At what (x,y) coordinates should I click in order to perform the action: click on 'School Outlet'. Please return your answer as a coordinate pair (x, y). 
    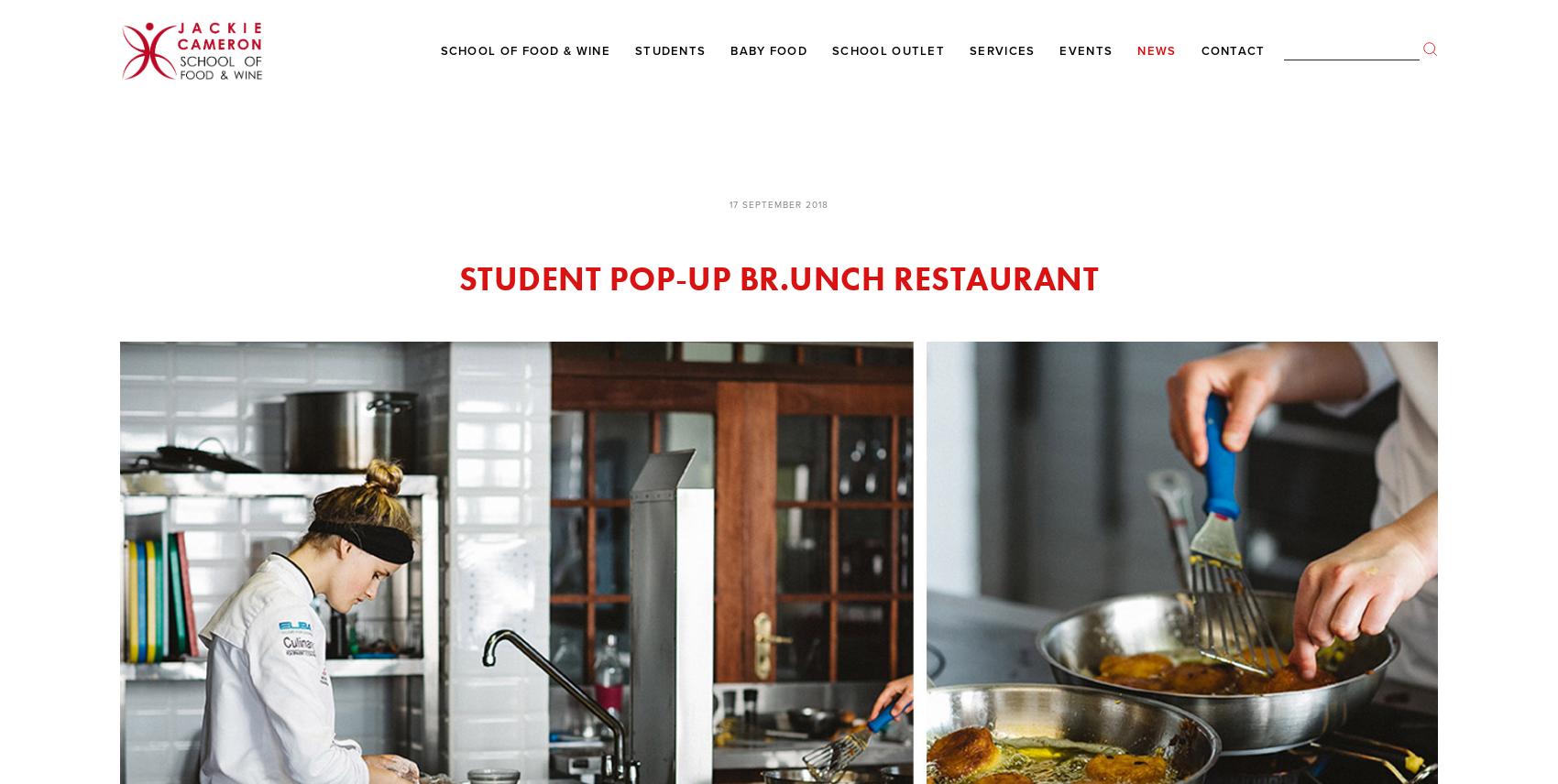
    Looking at the image, I should click on (887, 49).